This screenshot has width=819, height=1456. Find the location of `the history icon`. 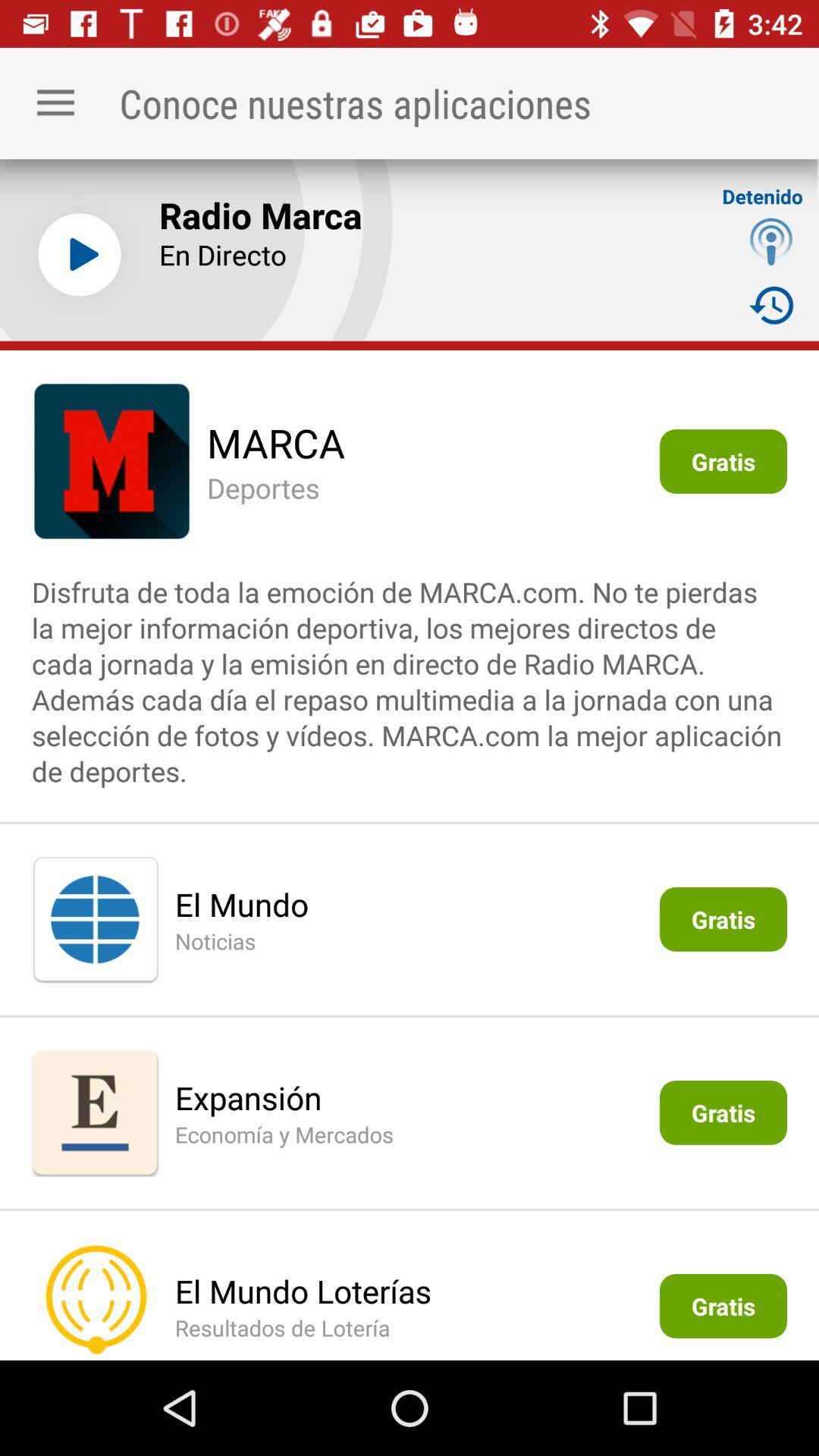

the history icon is located at coordinates (771, 304).